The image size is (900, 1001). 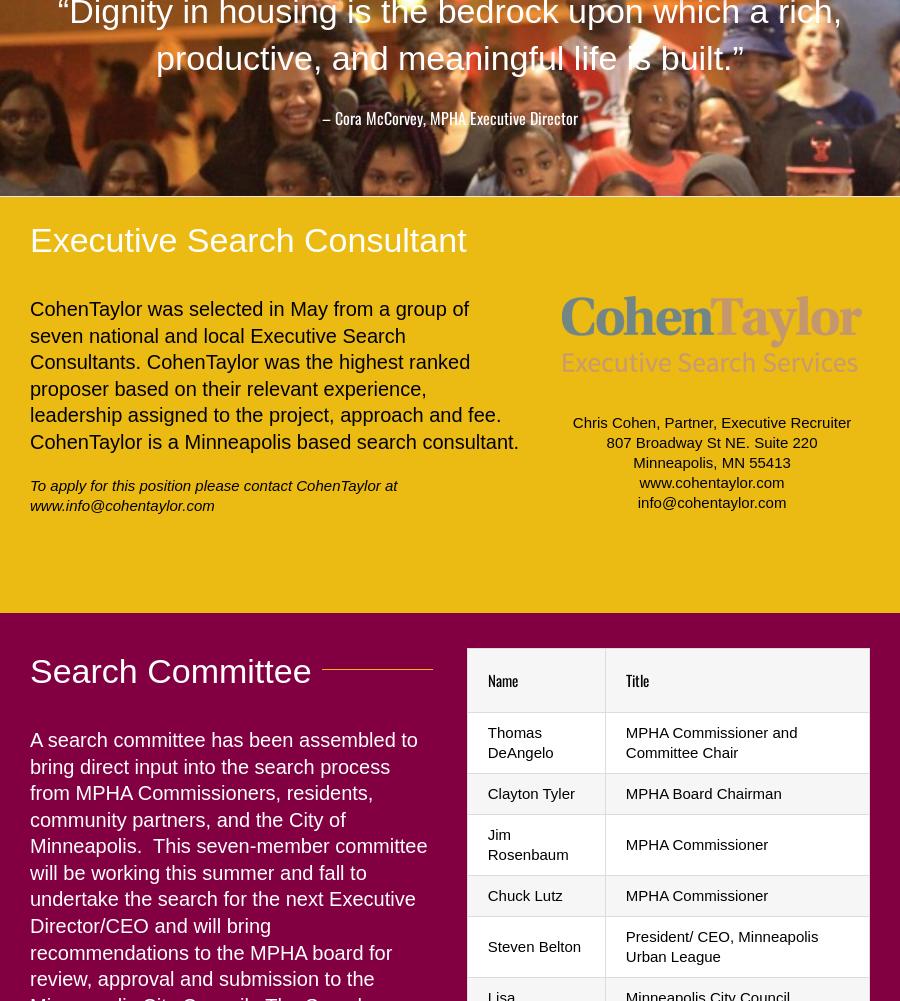 What do you see at coordinates (710, 462) in the screenshot?
I see `'Minneapolis, MN 55413'` at bounding box center [710, 462].